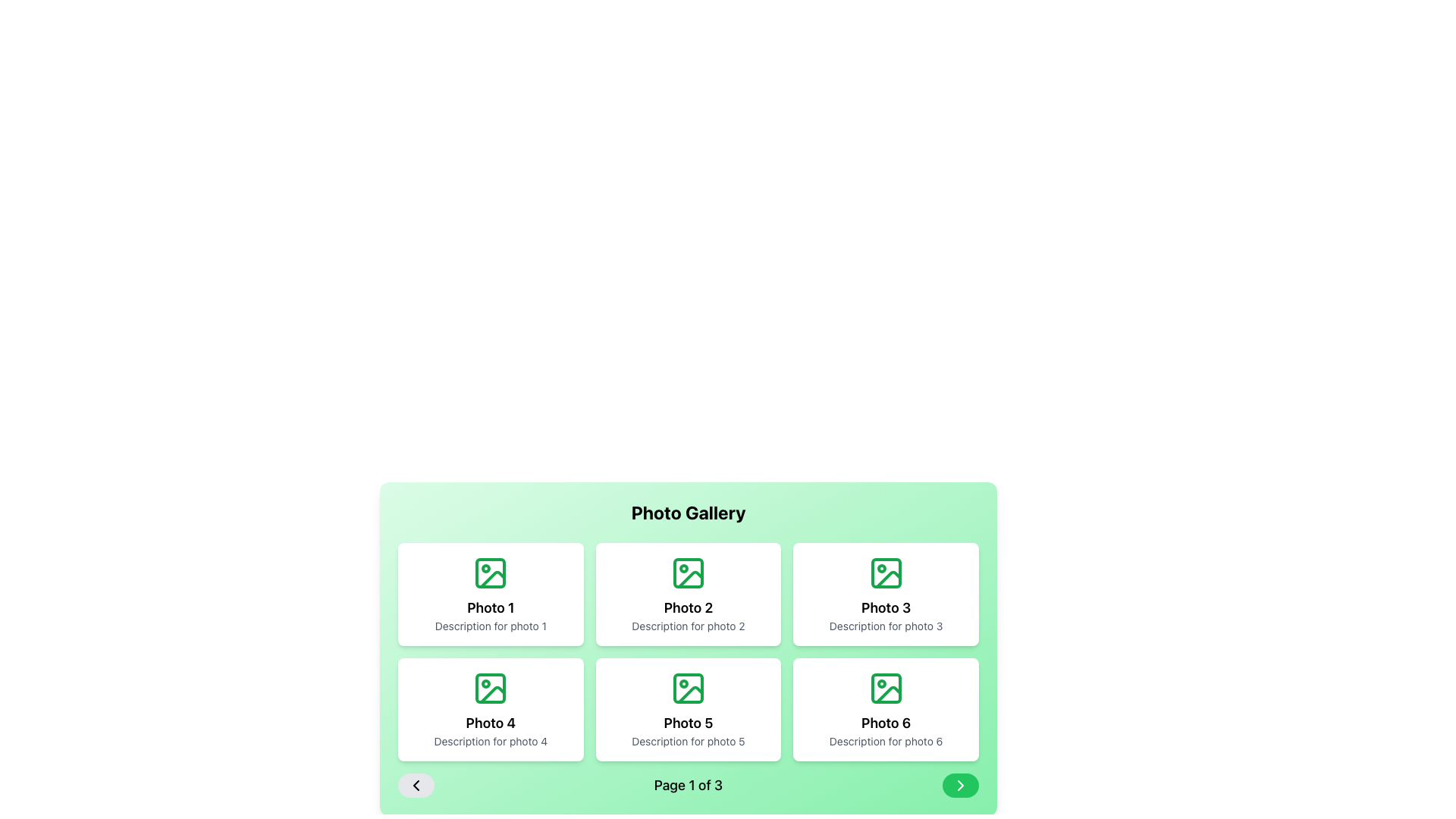 The height and width of the screenshot is (819, 1456). Describe the element at coordinates (687, 741) in the screenshot. I see `the static text displaying 'Description for photo 5' located below the title 'Photo 5' in the card for 'Photo 5' in the grid layout` at that location.